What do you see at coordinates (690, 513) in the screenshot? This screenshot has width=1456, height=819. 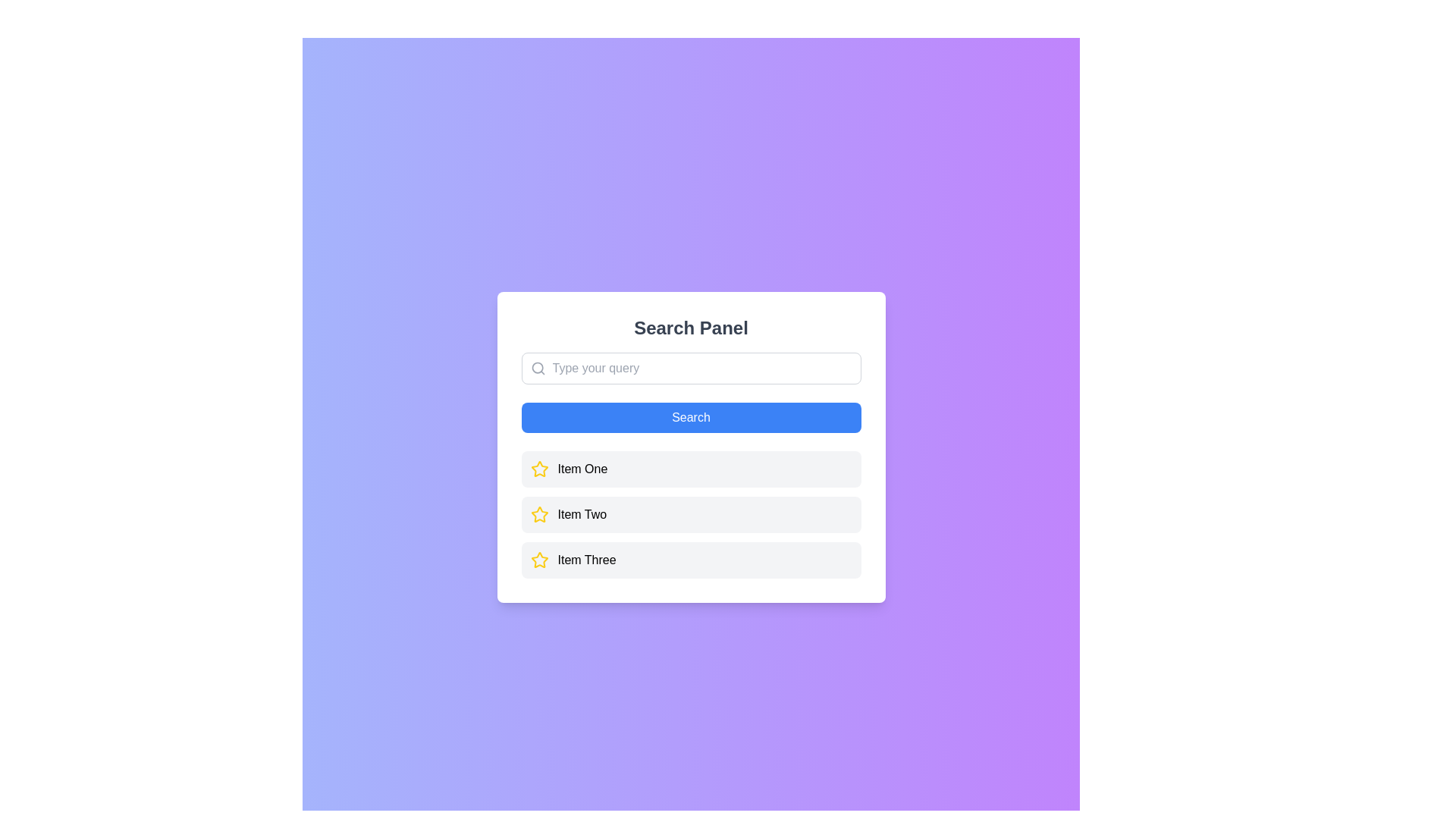 I see `the List item labeled 'Item Two'` at bounding box center [690, 513].